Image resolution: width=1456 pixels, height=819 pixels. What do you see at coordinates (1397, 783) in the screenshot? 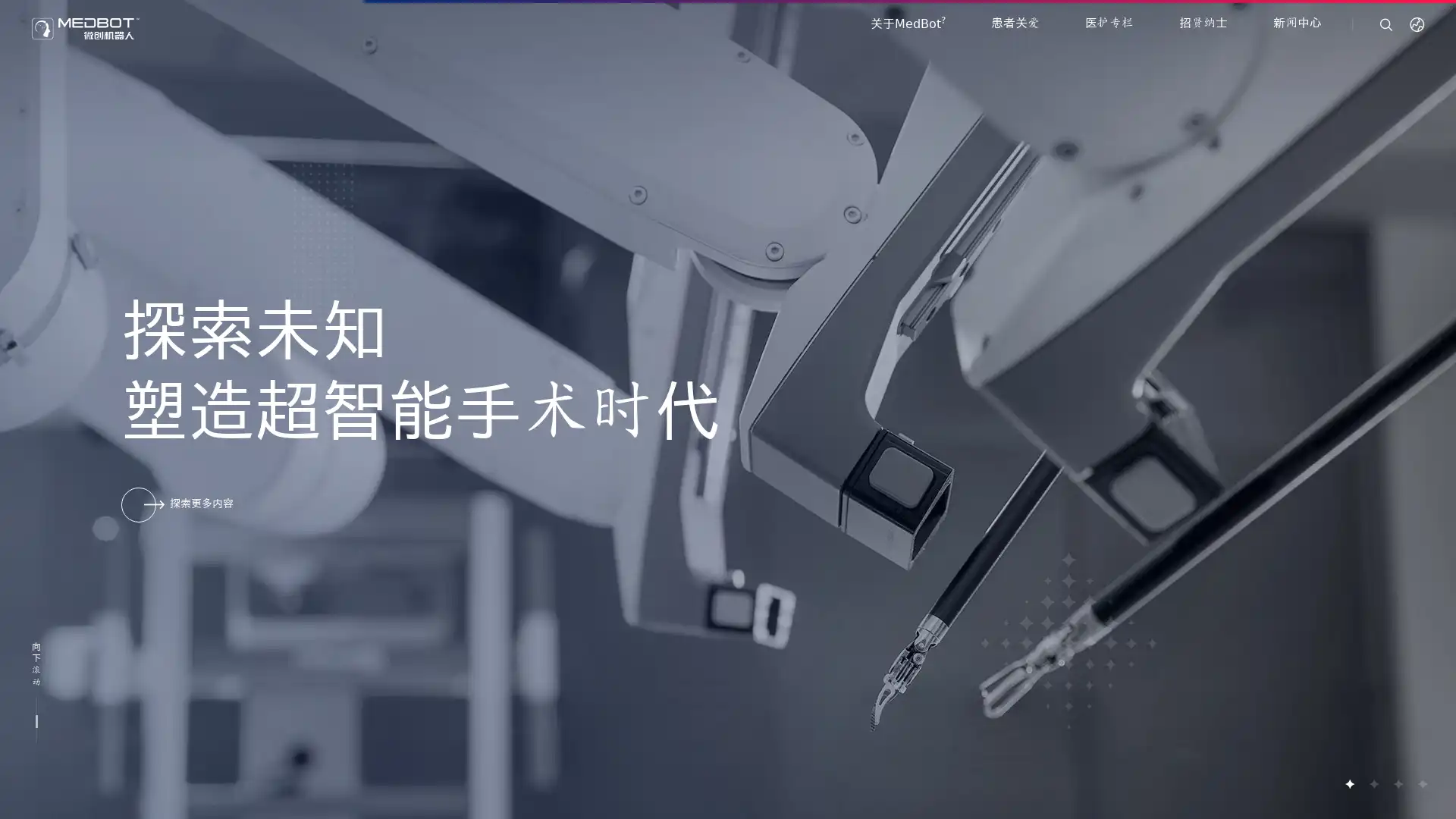
I see `Go to slide 3` at bounding box center [1397, 783].